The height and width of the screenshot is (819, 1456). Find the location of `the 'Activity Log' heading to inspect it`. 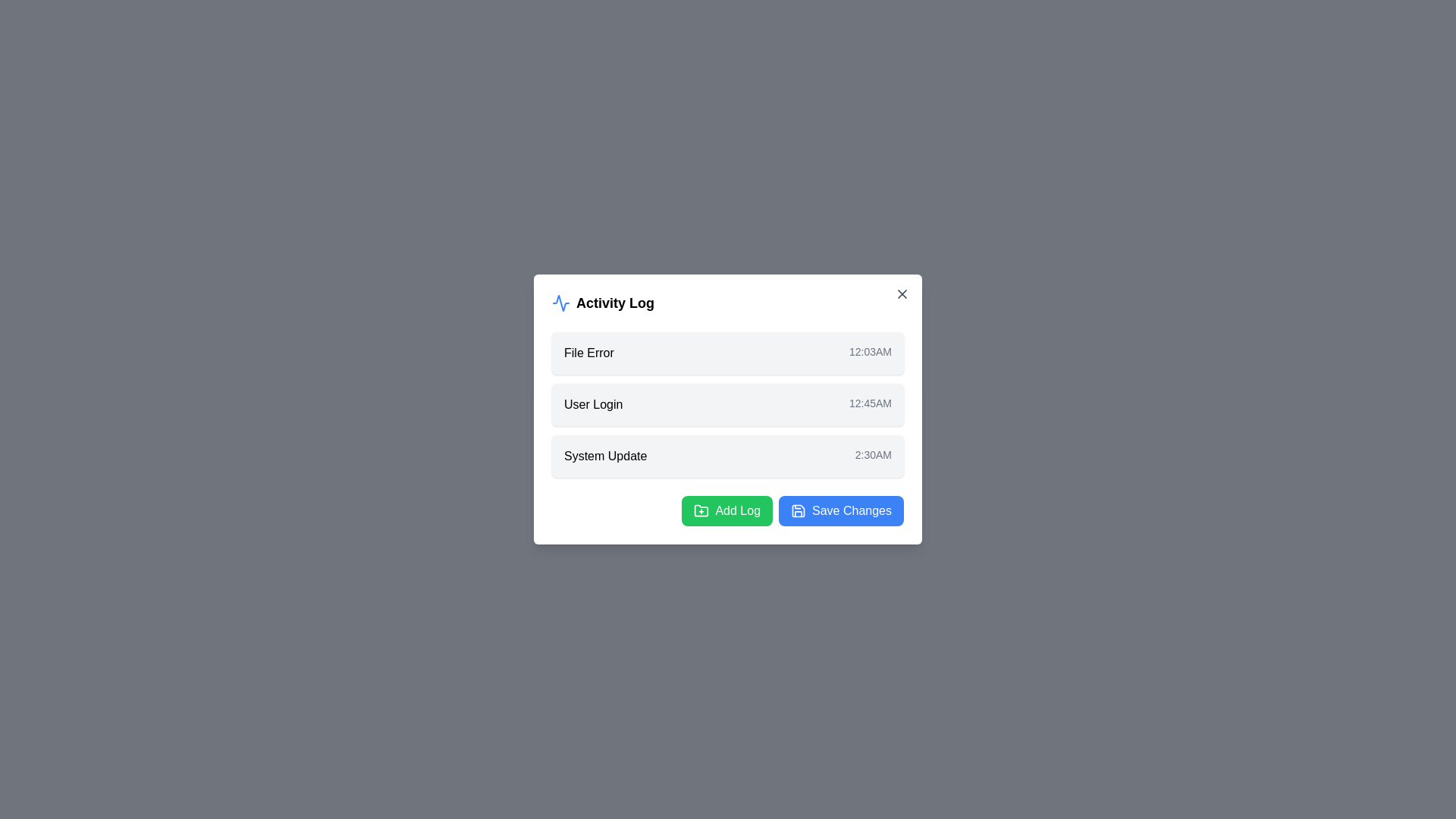

the 'Activity Log' heading to inspect it is located at coordinates (728, 303).